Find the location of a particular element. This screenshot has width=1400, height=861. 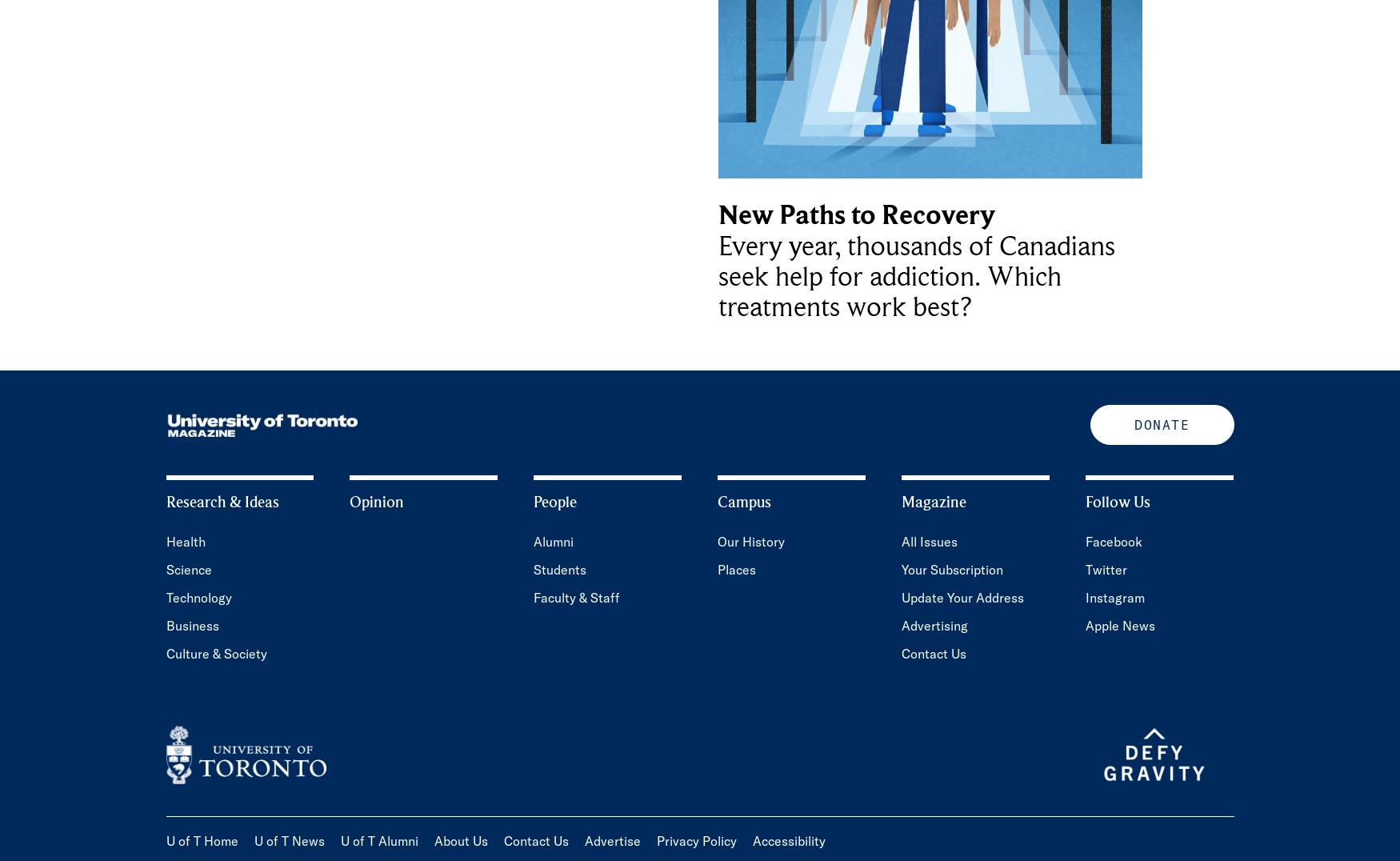

'U of T Alumni' is located at coordinates (339, 841).